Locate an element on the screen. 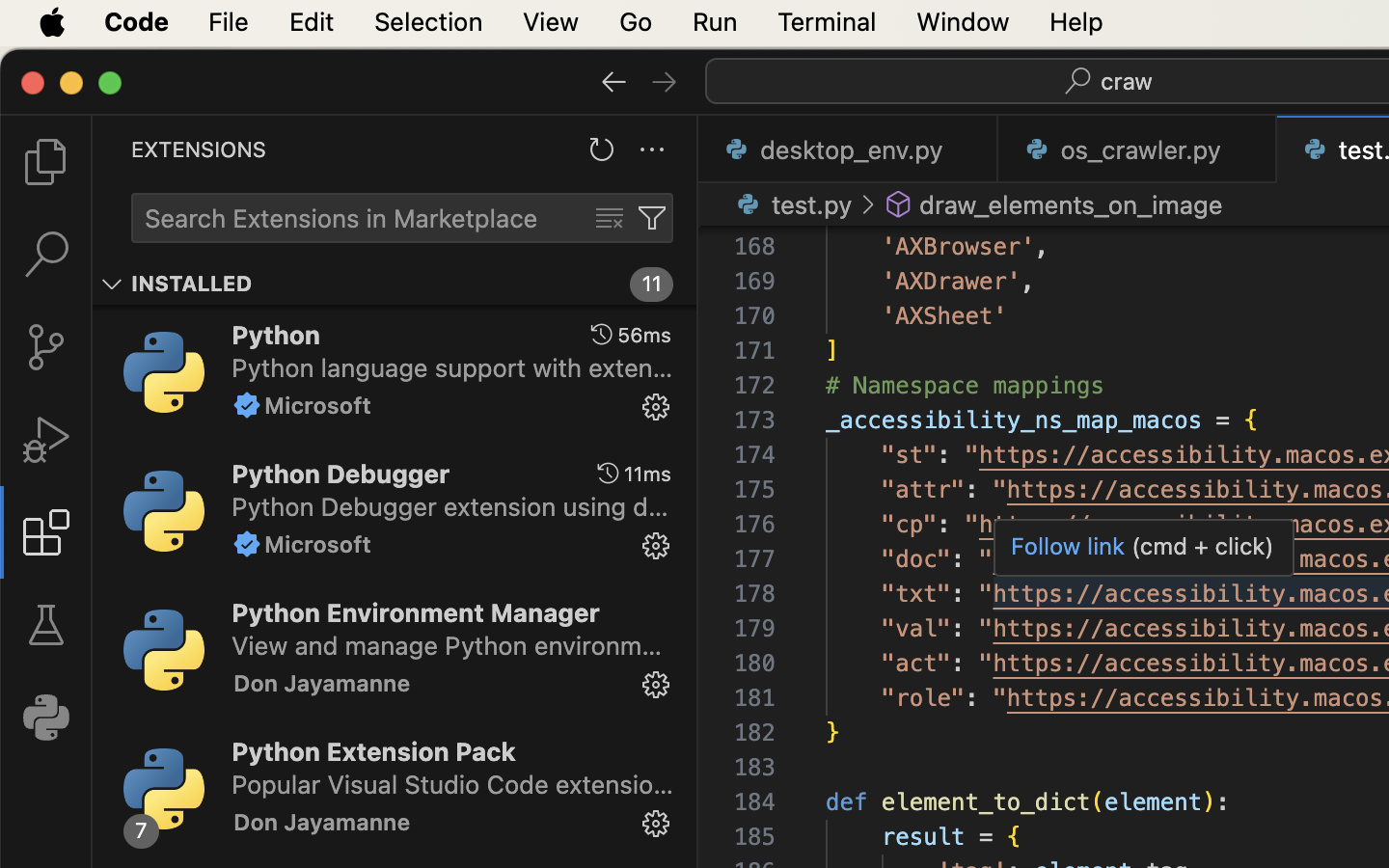 The width and height of the screenshot is (1389, 868). '0 desktop_env.py  ' is located at coordinates (847, 149).